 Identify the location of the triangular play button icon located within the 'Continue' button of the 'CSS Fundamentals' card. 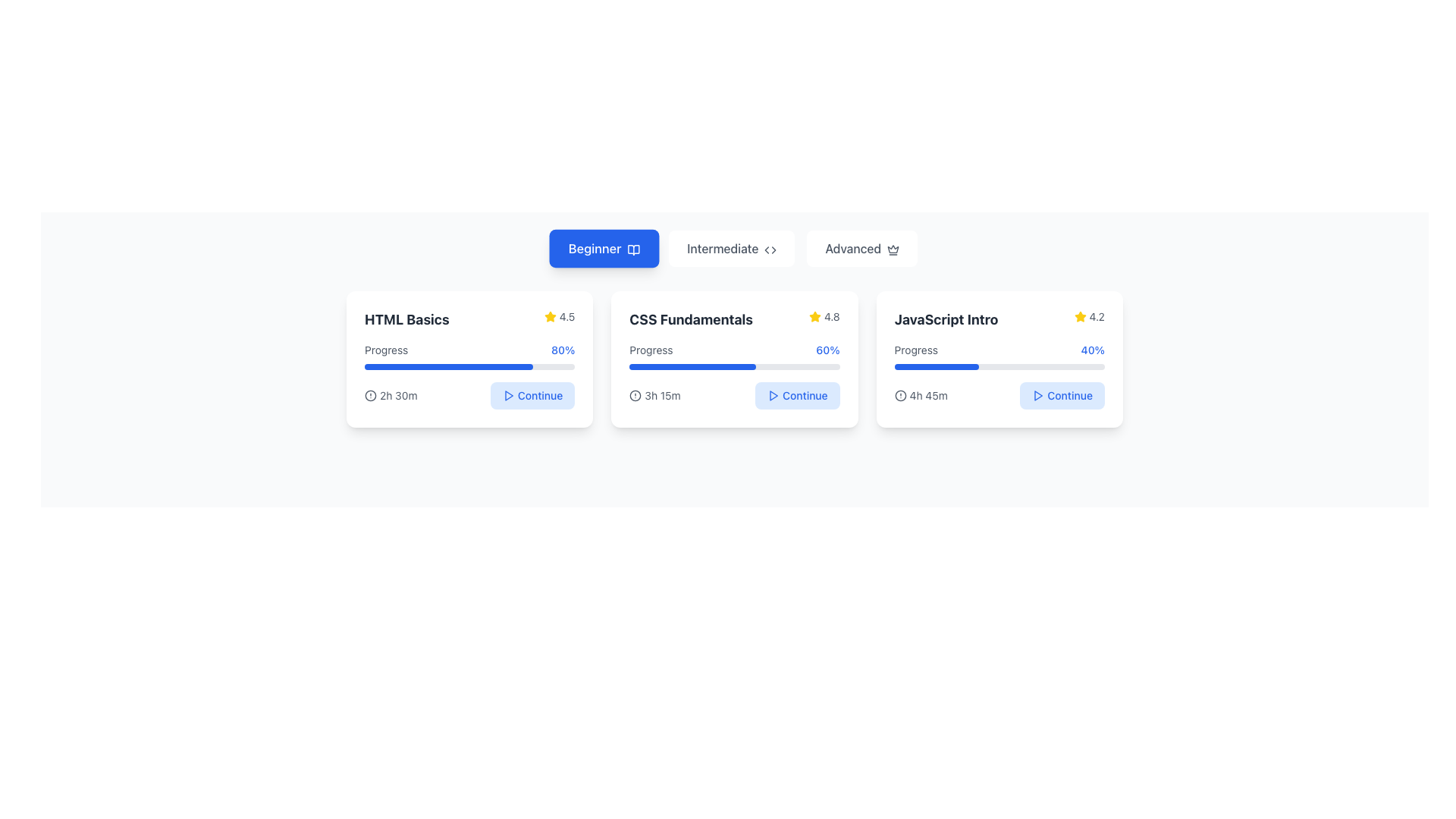
(773, 394).